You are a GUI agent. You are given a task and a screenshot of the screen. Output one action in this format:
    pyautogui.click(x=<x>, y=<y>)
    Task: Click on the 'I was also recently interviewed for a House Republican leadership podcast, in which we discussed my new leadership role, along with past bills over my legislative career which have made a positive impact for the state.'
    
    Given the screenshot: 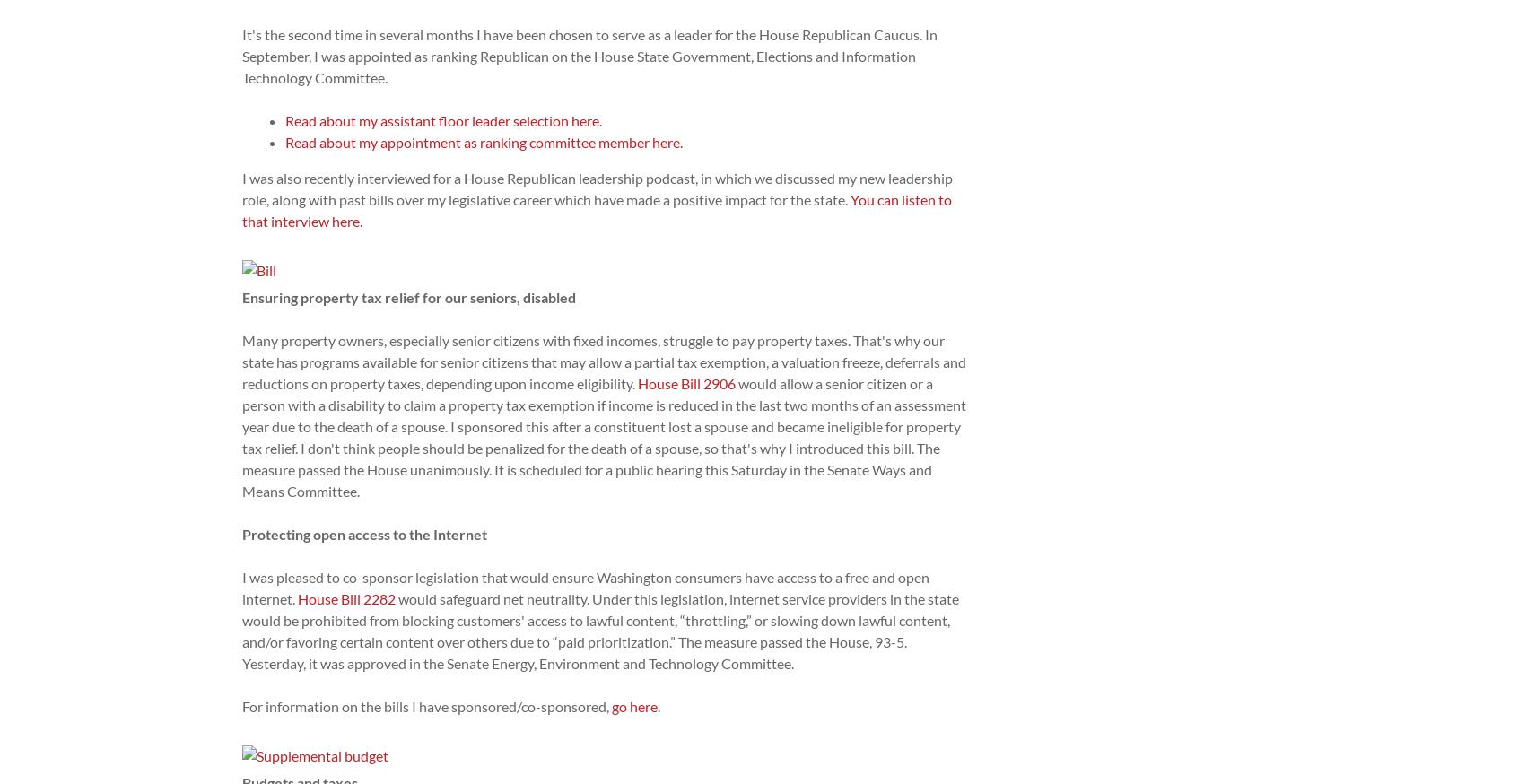 What is the action you would take?
    pyautogui.click(x=597, y=187)
    